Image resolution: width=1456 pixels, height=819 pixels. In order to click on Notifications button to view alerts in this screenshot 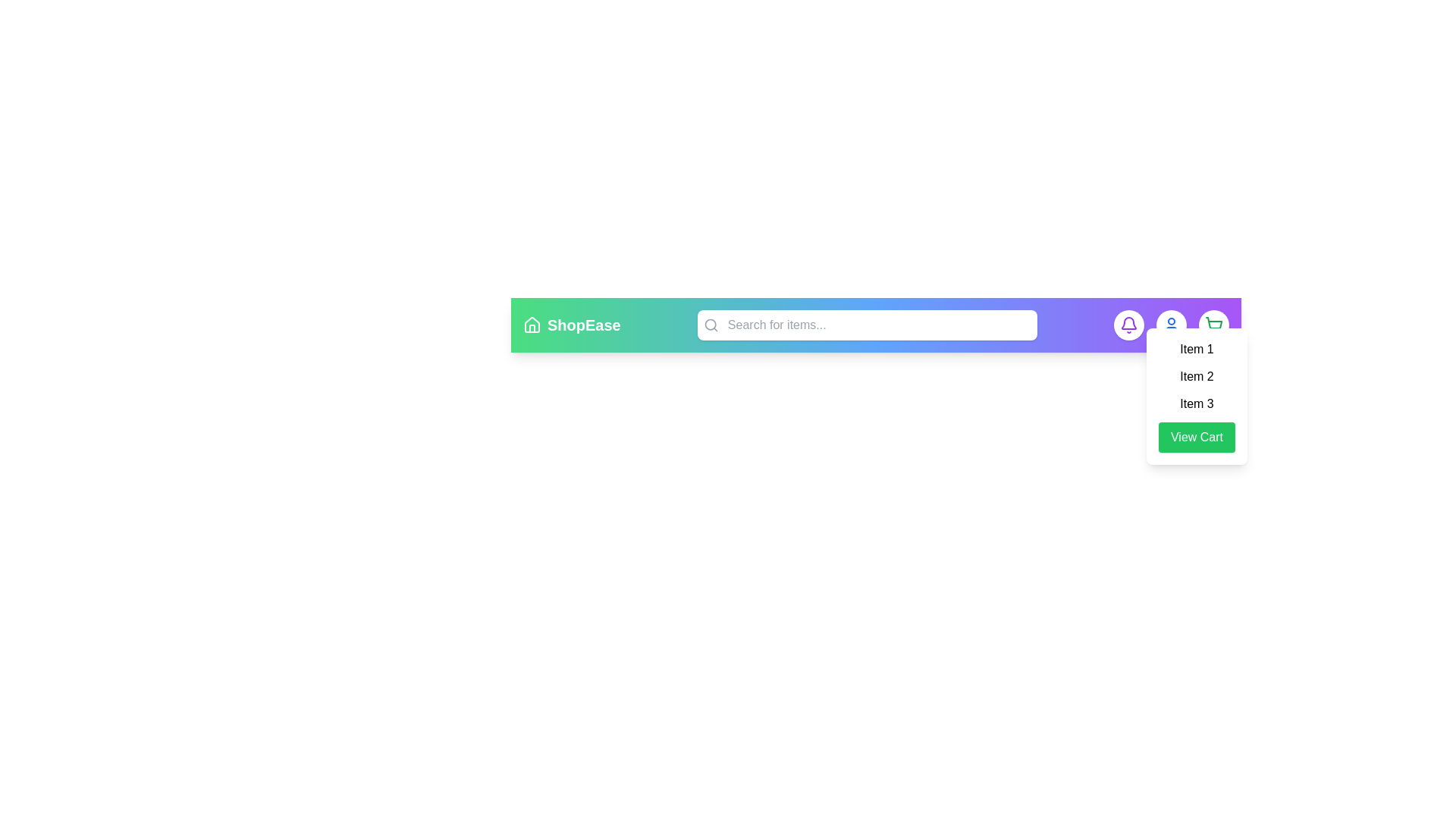, I will do `click(1128, 324)`.